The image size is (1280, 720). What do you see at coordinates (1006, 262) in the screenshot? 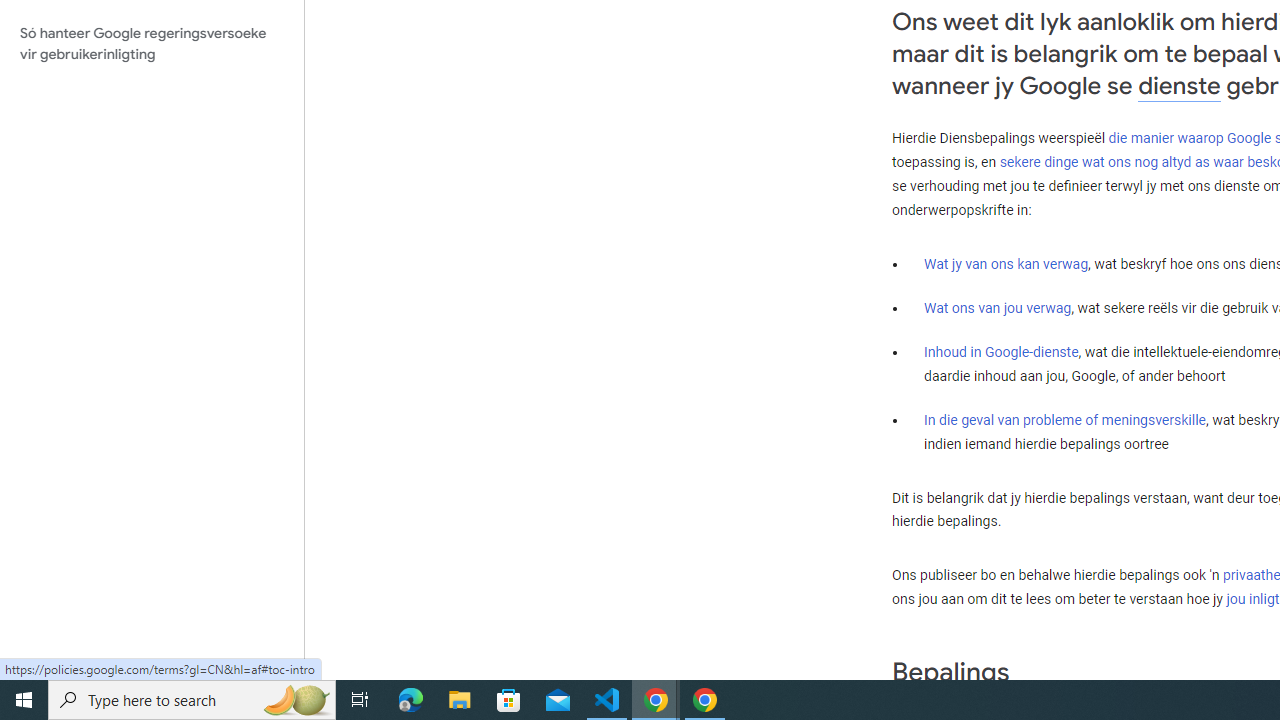
I see `'Wat jy van ons kan verwag'` at bounding box center [1006, 262].